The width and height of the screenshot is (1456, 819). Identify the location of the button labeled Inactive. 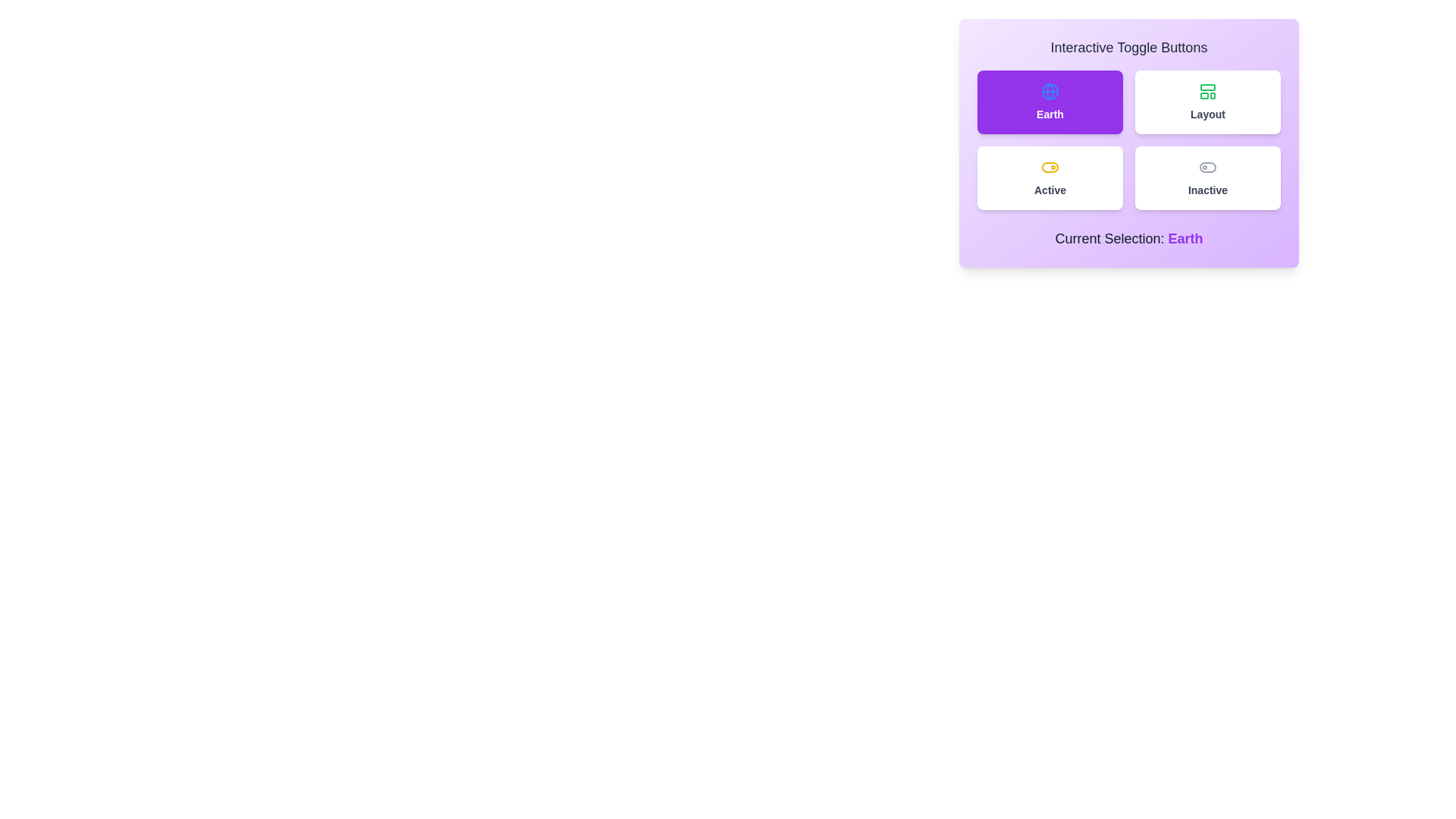
(1207, 177).